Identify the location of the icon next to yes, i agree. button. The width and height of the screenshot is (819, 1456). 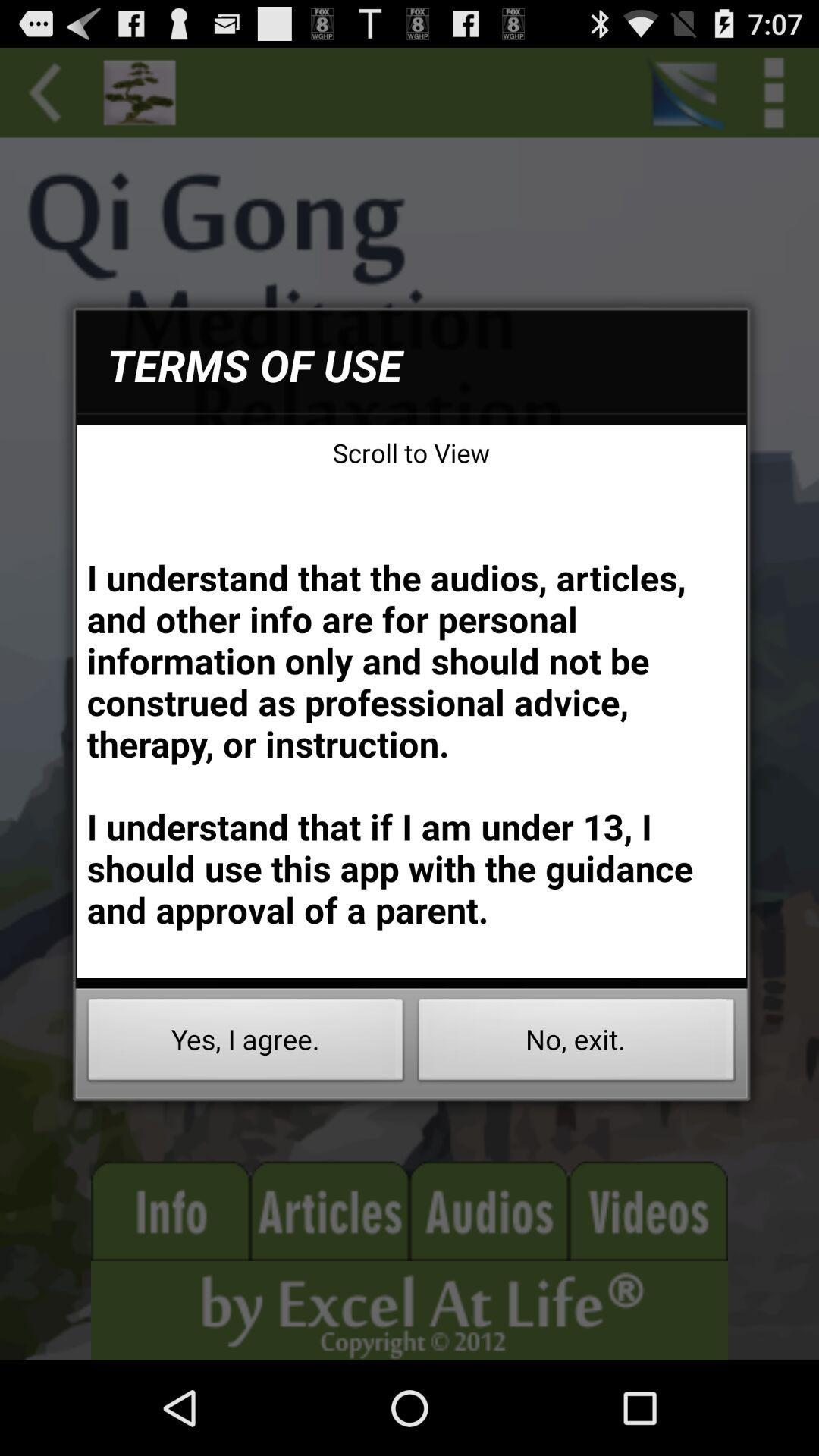
(576, 1043).